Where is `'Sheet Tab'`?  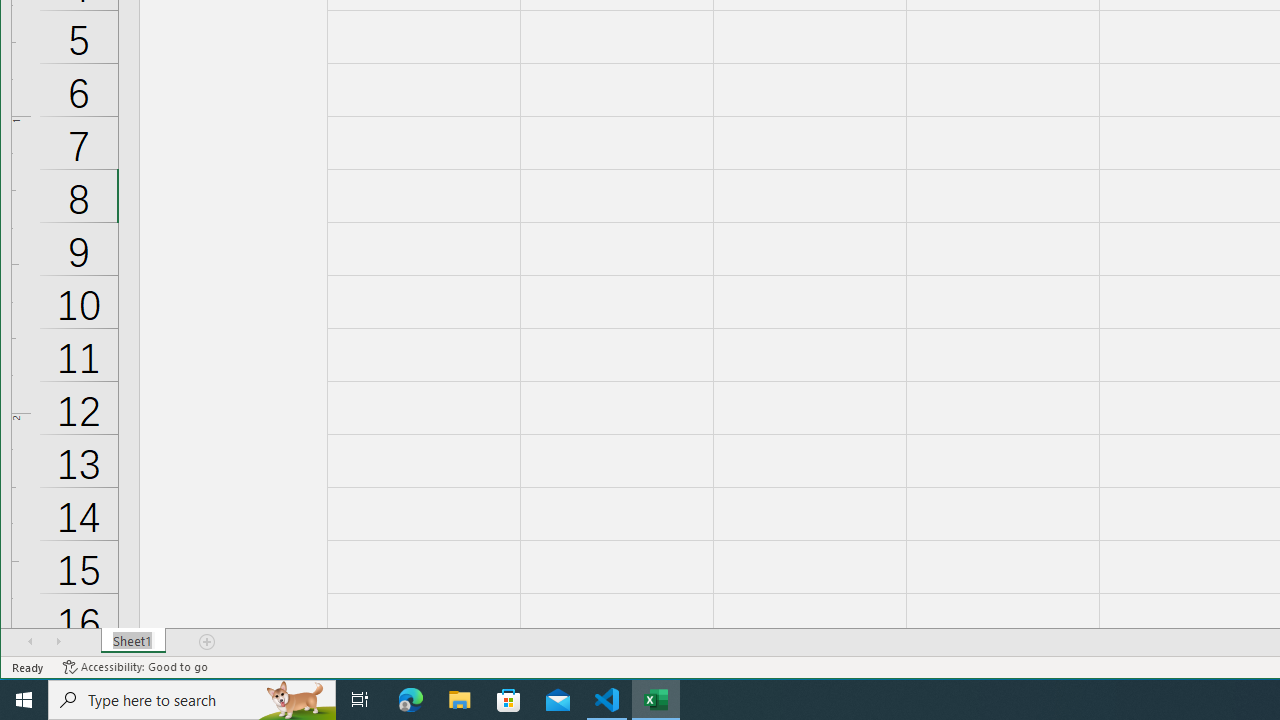
'Sheet Tab' is located at coordinates (132, 641).